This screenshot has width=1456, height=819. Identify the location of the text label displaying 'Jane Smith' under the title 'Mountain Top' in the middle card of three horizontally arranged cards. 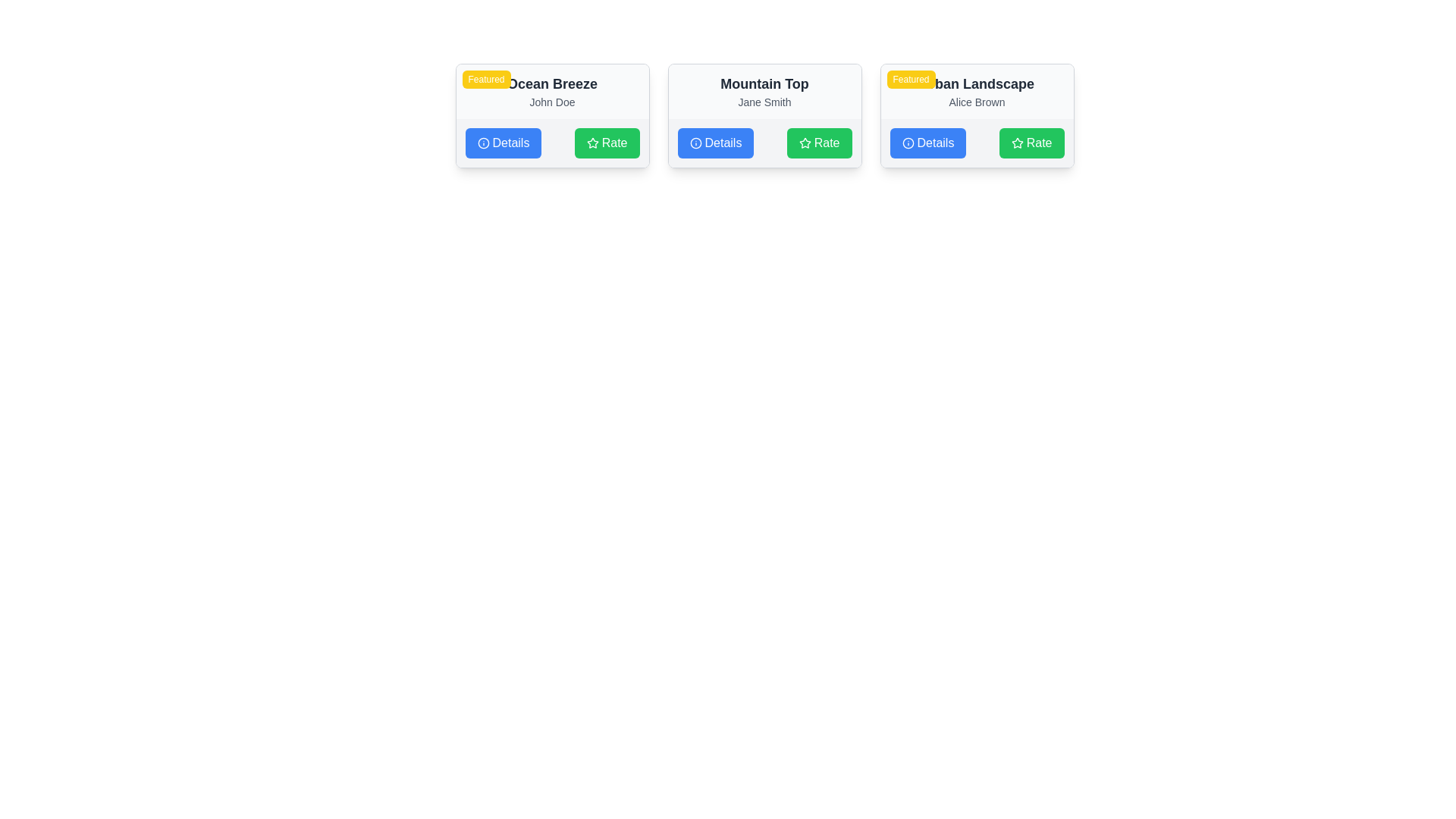
(764, 102).